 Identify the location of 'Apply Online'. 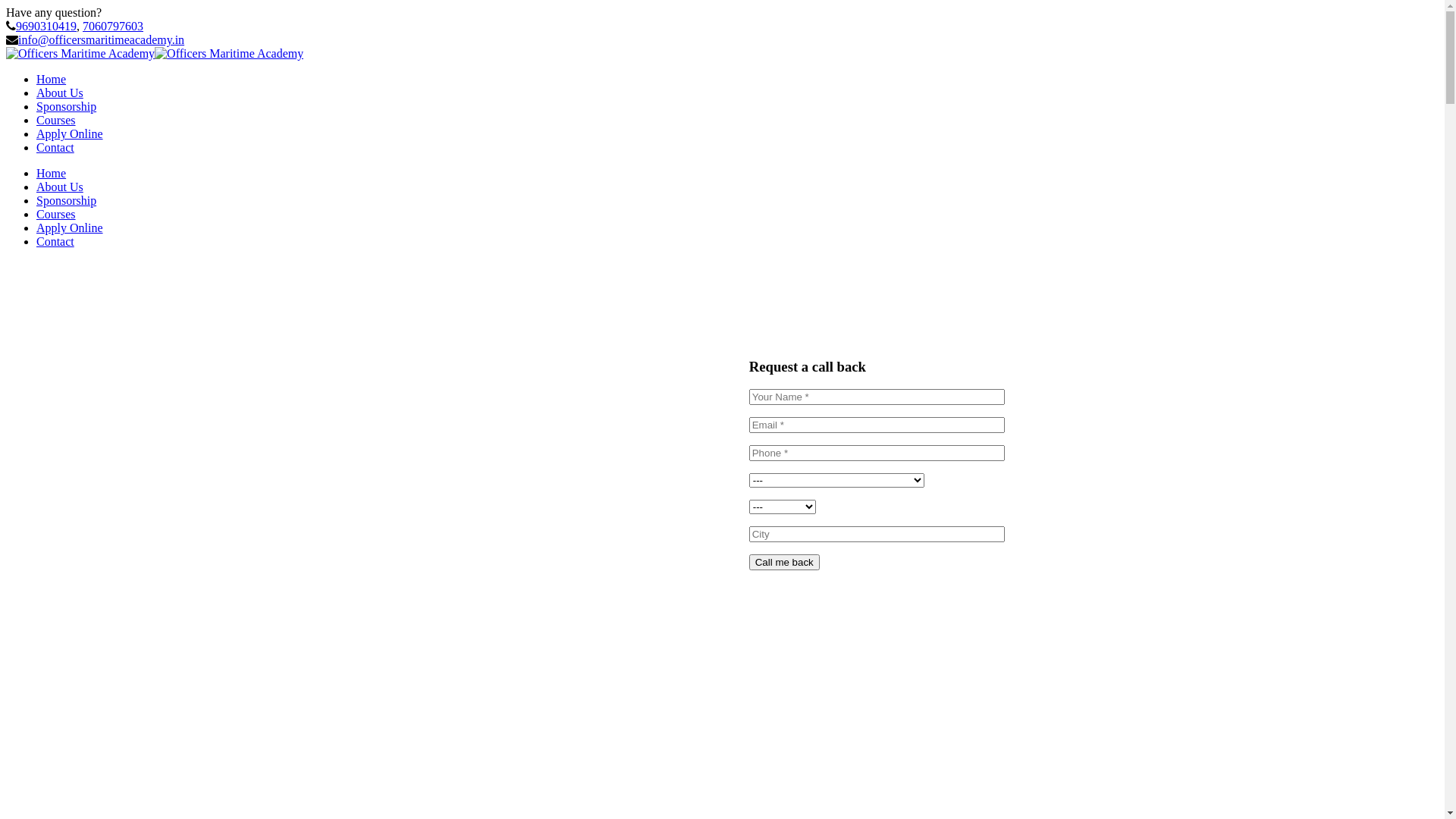
(68, 133).